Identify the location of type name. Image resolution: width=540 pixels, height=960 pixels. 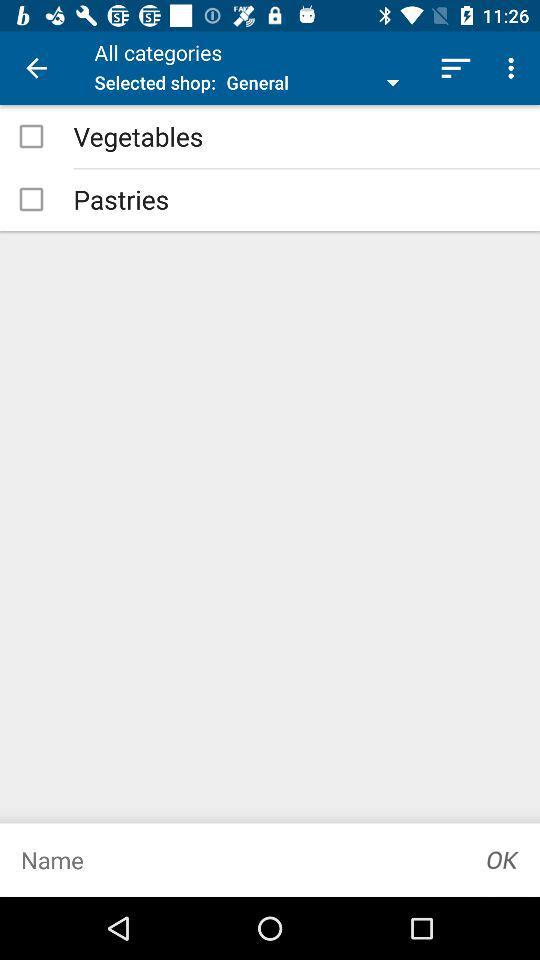
(232, 859).